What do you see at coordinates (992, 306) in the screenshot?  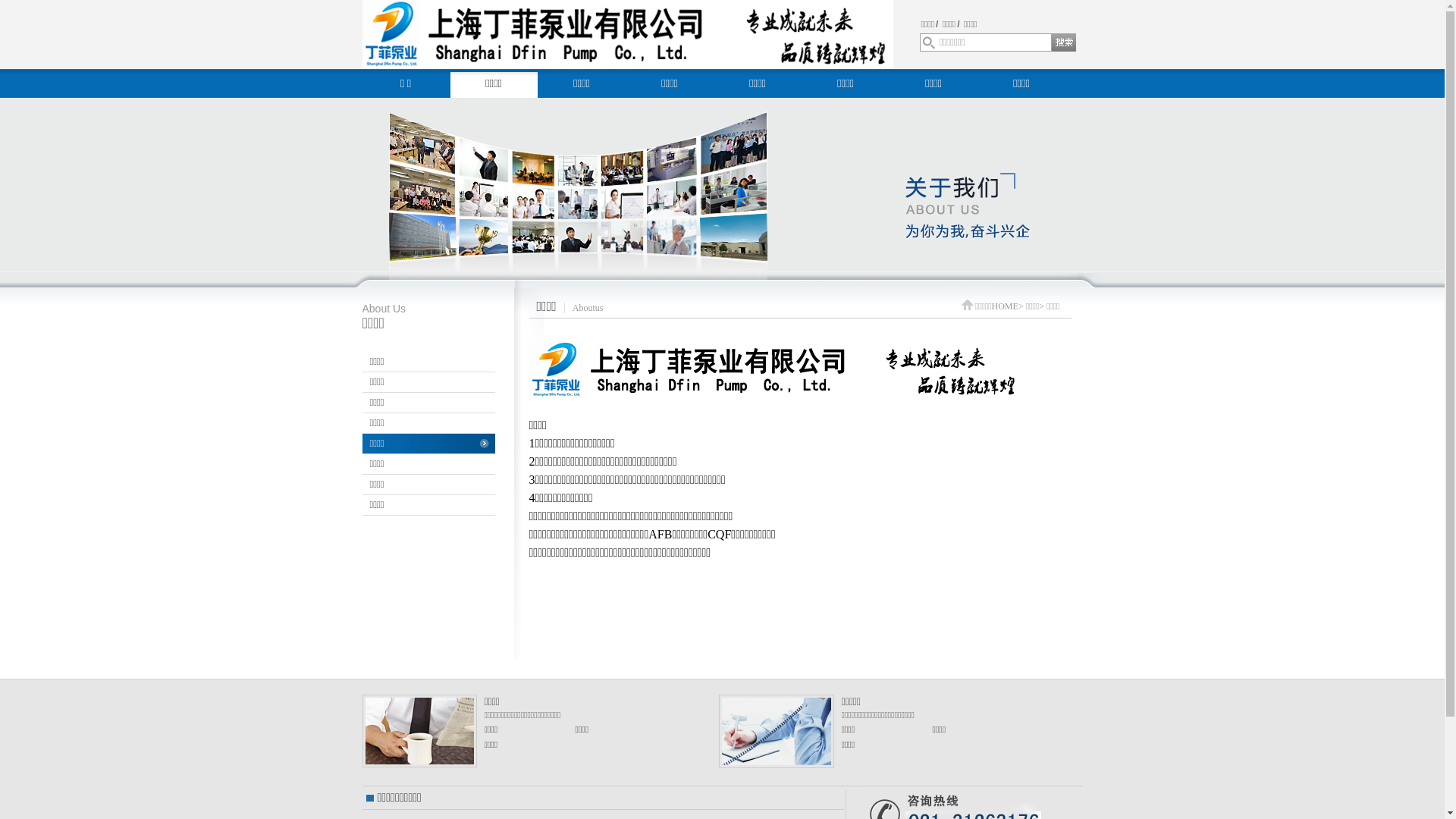 I see `'HOME'` at bounding box center [992, 306].